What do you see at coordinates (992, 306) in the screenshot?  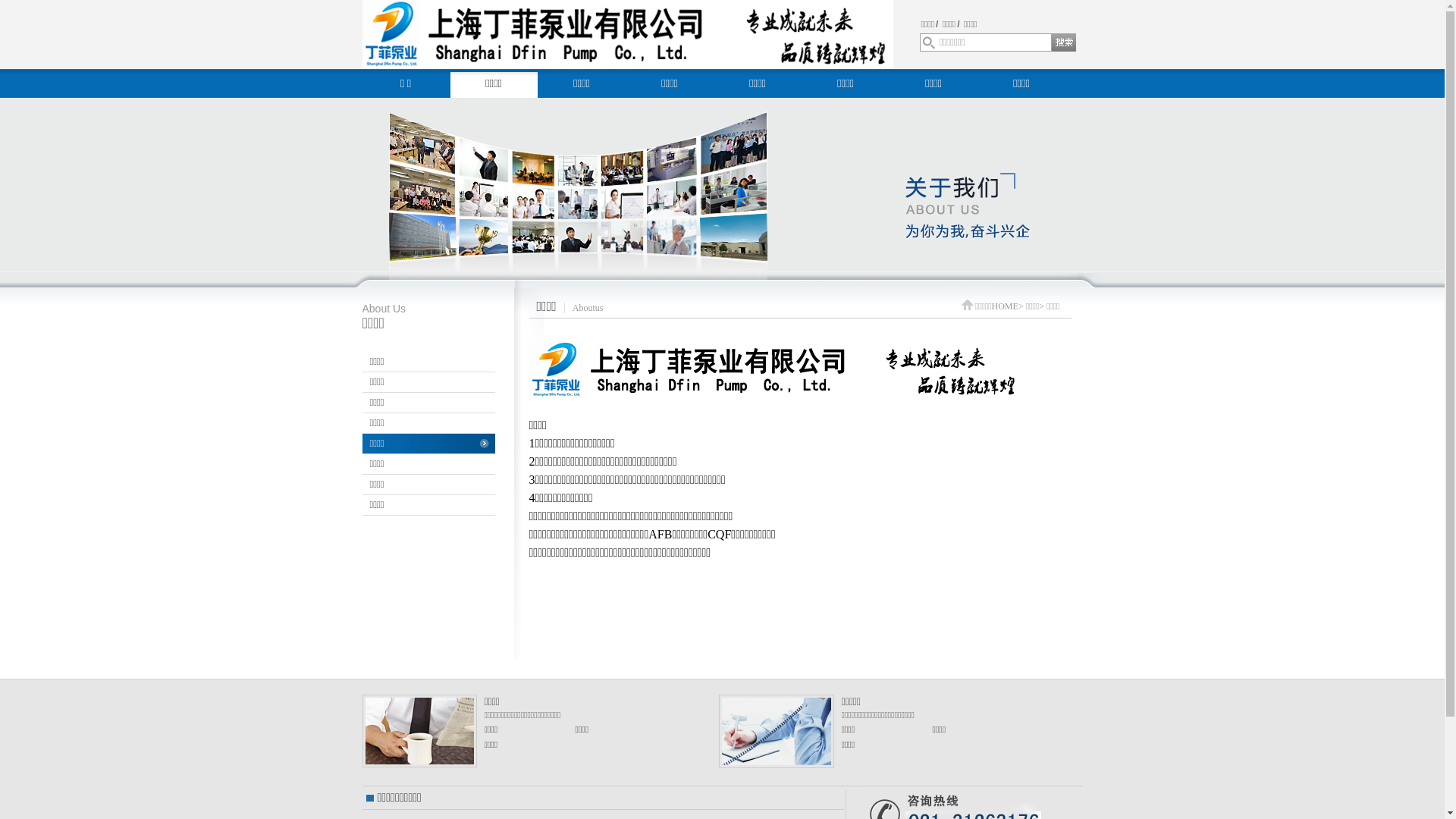 I see `'HOME'` at bounding box center [992, 306].